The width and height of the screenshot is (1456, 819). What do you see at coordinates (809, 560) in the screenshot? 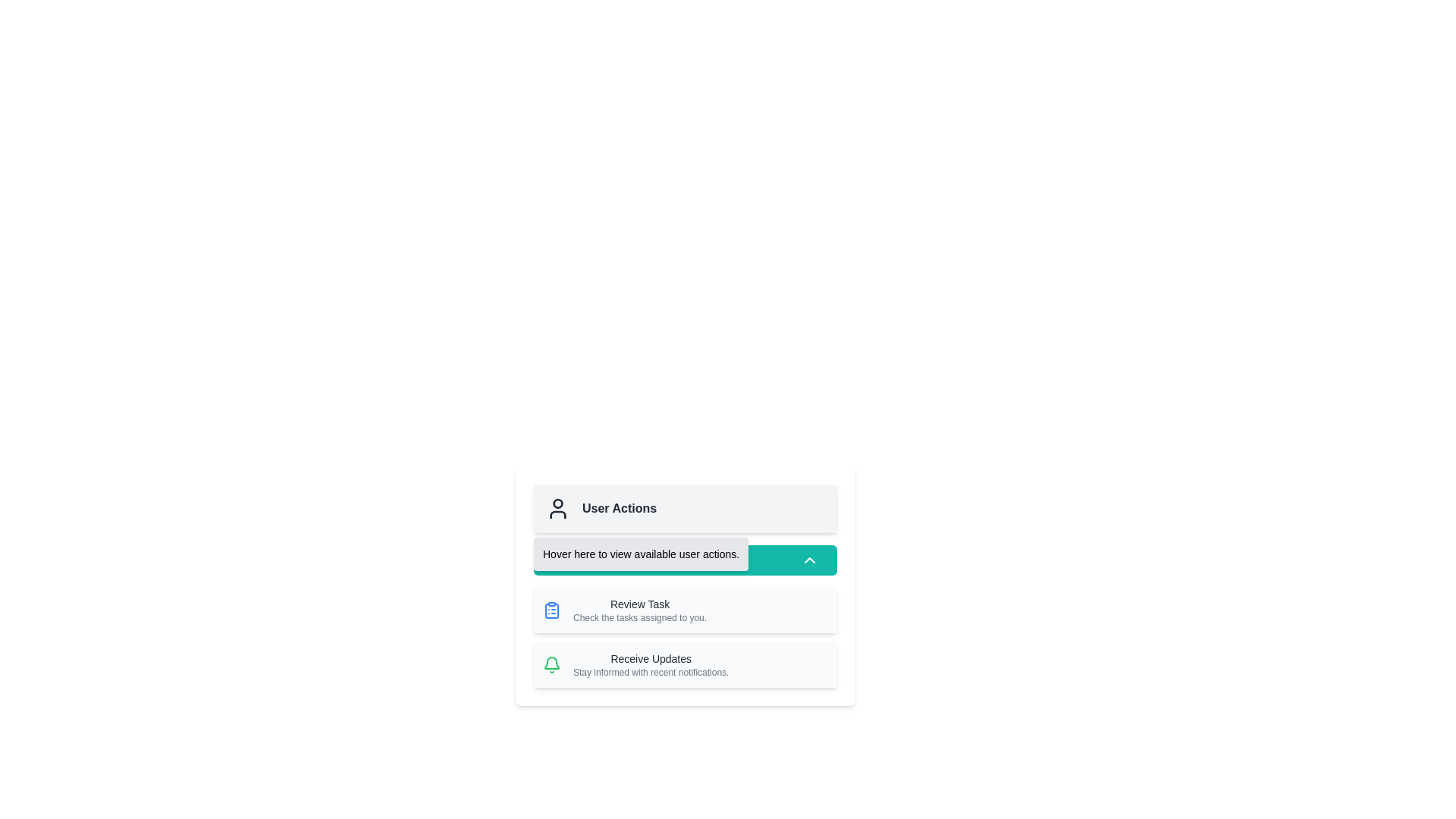
I see `the upward-pointing chevron icon located within the teal background of the 'Action Details' button` at bounding box center [809, 560].